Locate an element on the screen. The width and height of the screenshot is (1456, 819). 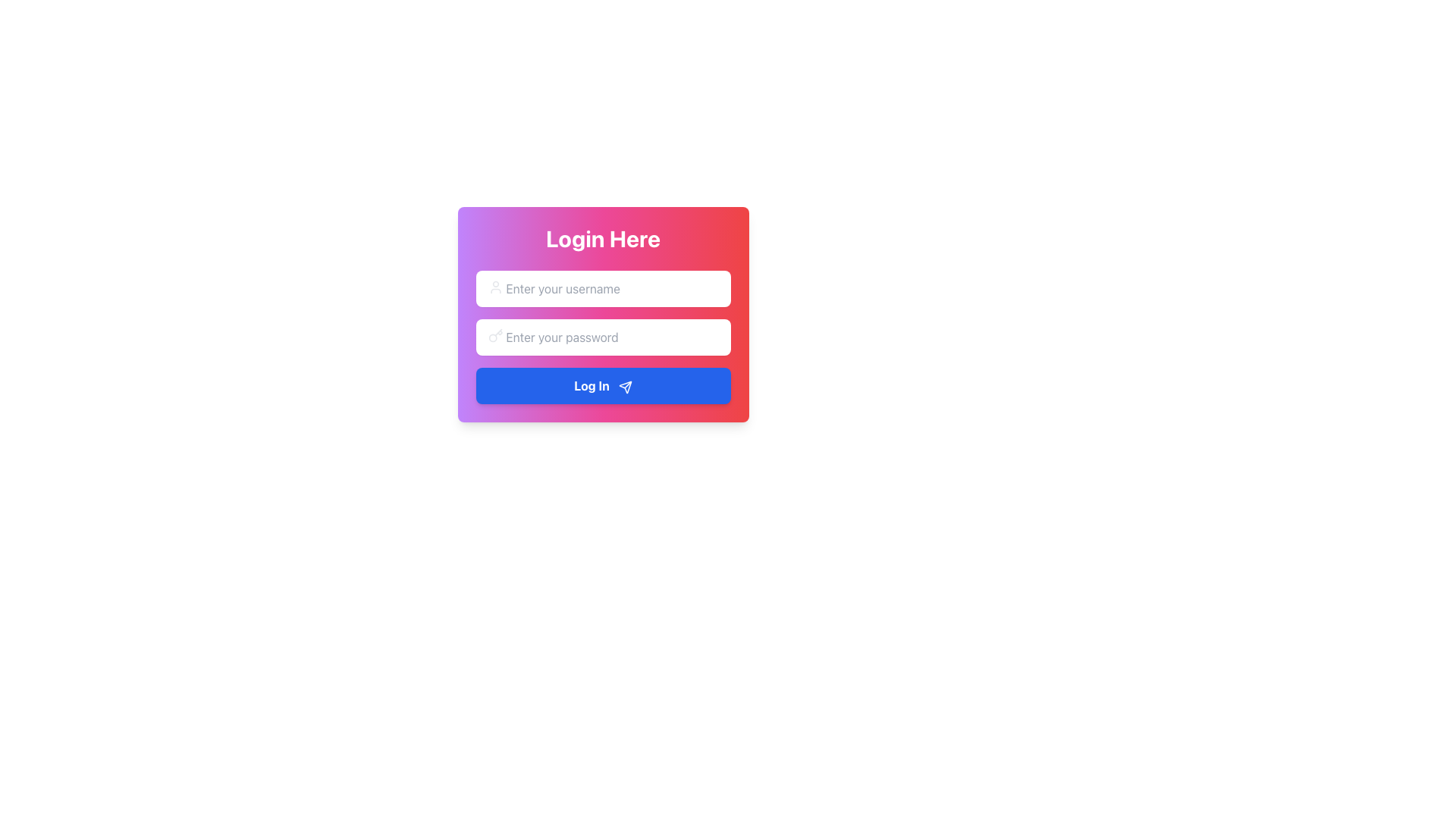
the appearance of the icon located at the center-right edge of the 'Log In' button, which is used to indicate the action of logging in or sending information is located at coordinates (625, 386).